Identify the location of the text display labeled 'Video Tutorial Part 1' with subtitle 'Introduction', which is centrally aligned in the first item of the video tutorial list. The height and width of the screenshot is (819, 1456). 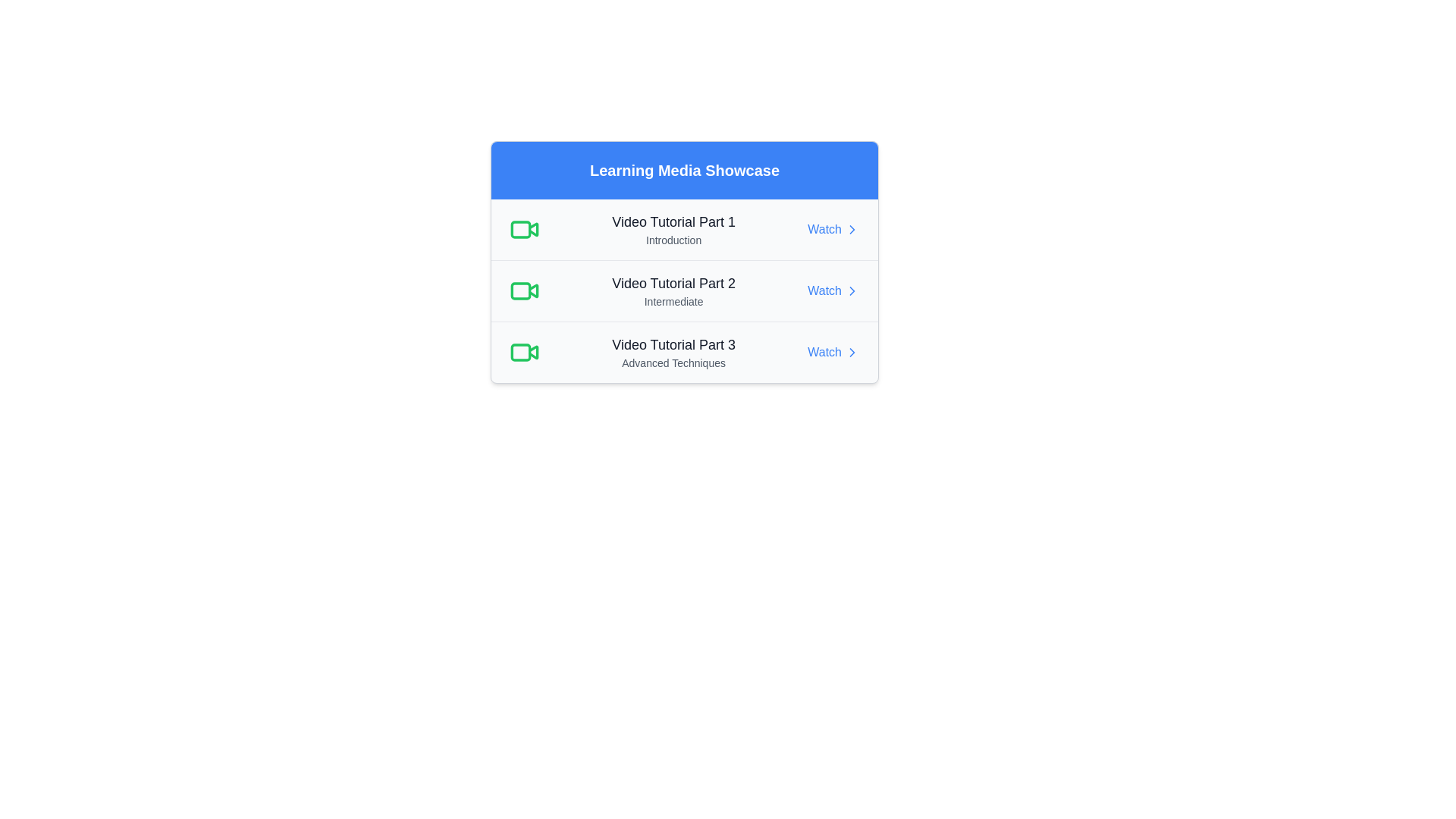
(673, 230).